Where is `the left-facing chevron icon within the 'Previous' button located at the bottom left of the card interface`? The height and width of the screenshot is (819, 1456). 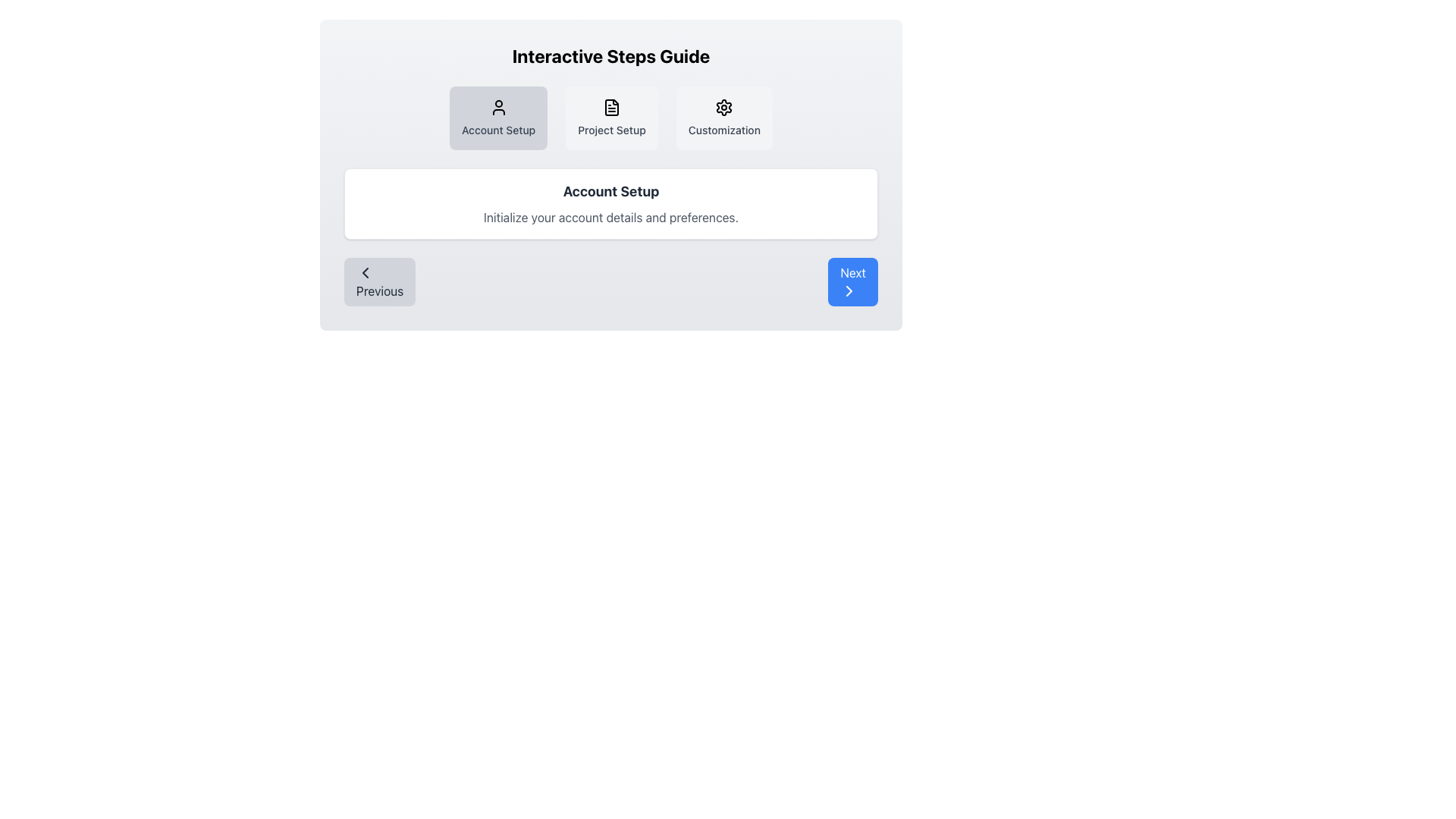
the left-facing chevron icon within the 'Previous' button located at the bottom left of the card interface is located at coordinates (365, 271).